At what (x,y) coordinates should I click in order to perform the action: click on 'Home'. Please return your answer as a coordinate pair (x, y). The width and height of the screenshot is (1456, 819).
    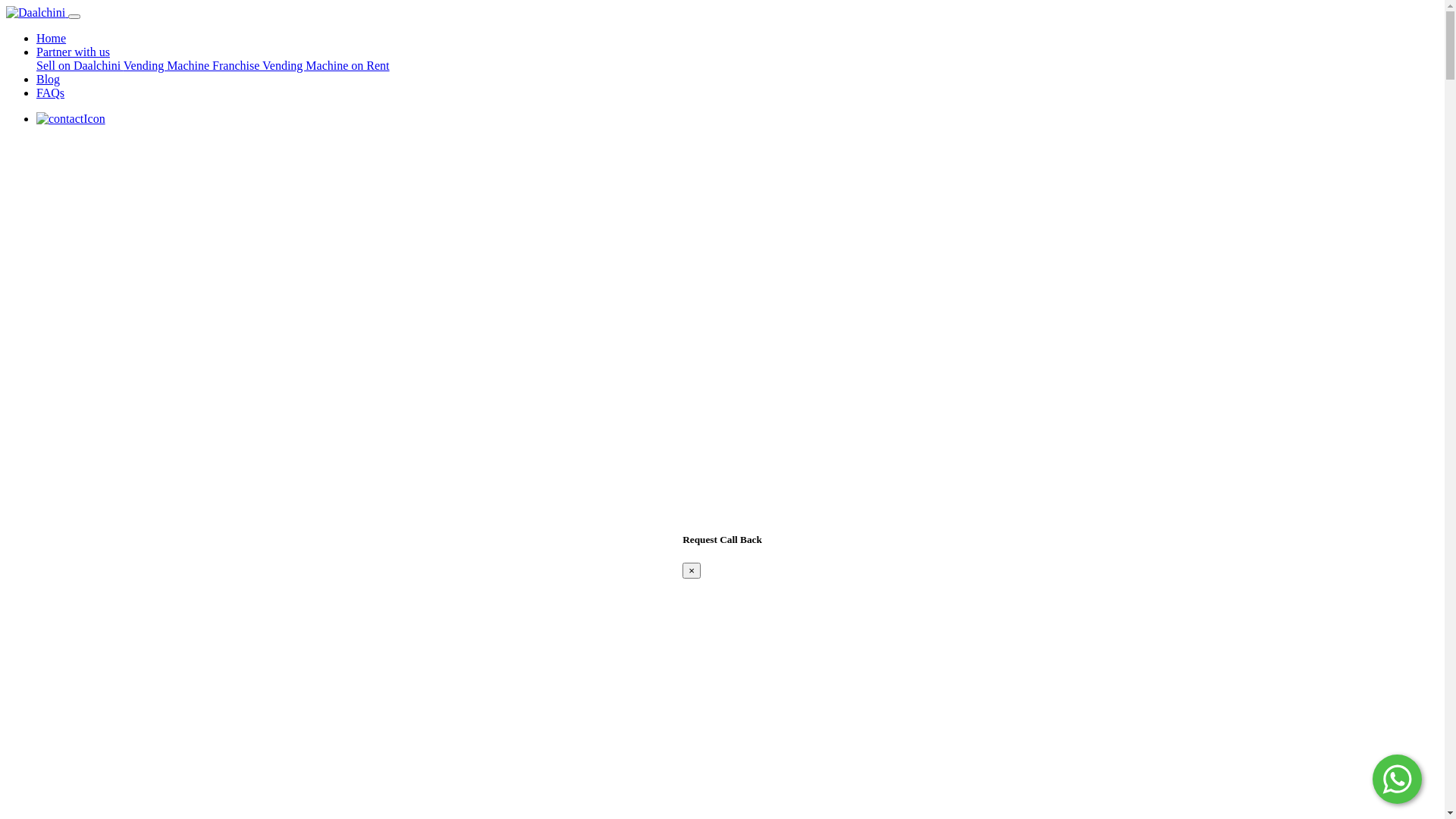
    Looking at the image, I should click on (51, 37).